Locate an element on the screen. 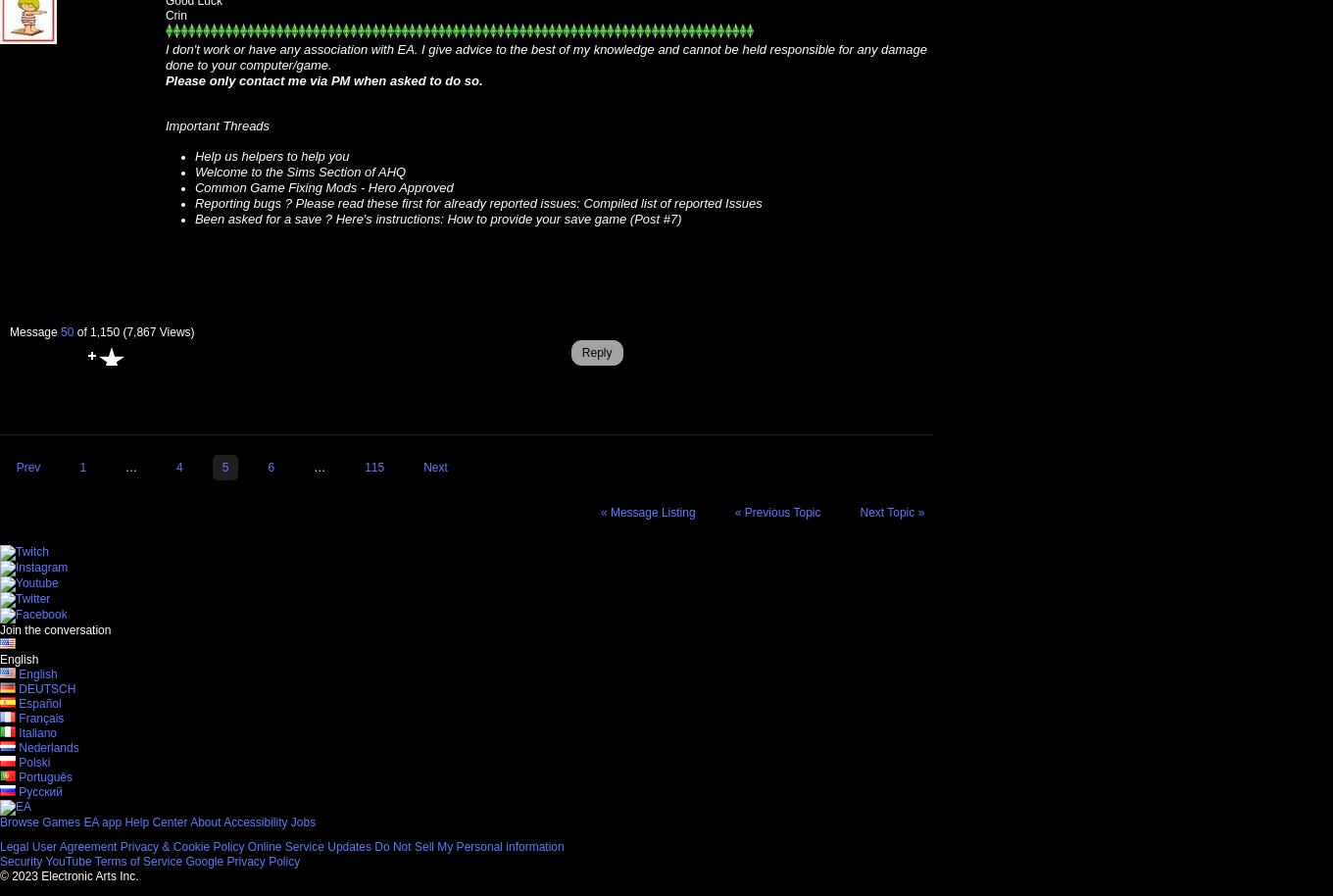 Image resolution: width=1333 pixels, height=896 pixels. 'DEUTSCH' is located at coordinates (47, 687).